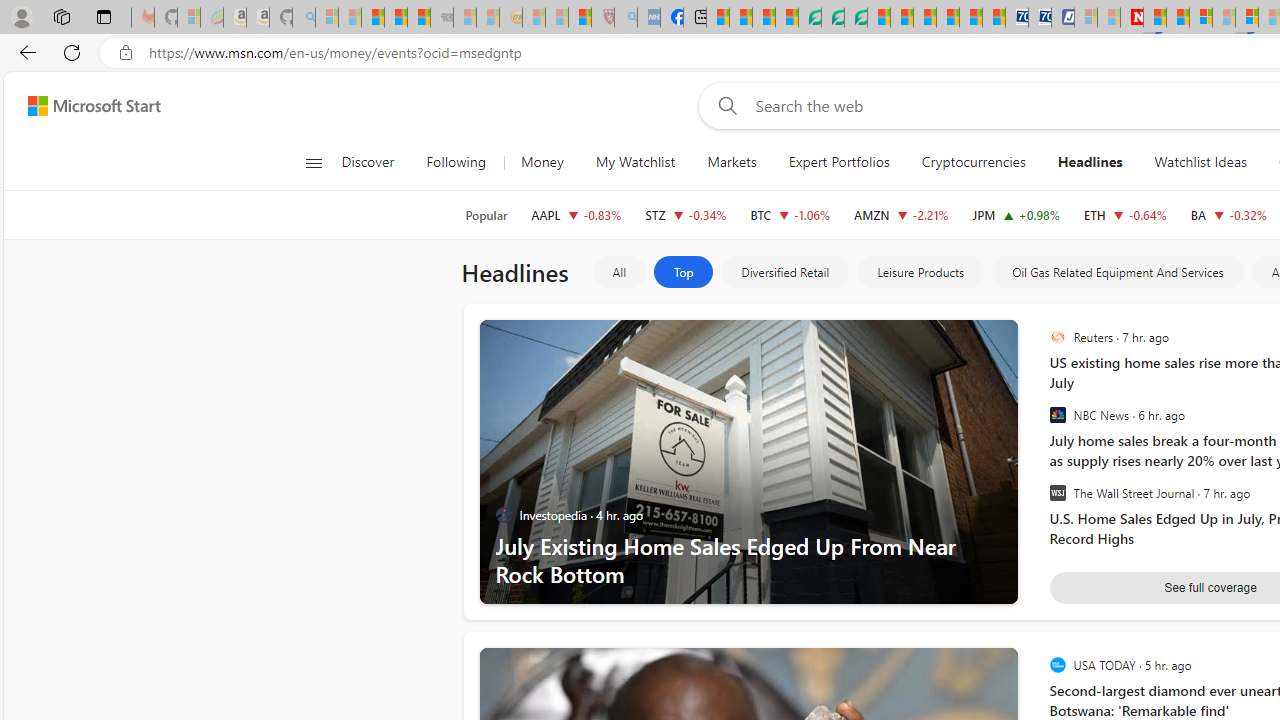  What do you see at coordinates (624, 17) in the screenshot?
I see `'list of asthma inhalers uk - Search - Sleeping'` at bounding box center [624, 17].